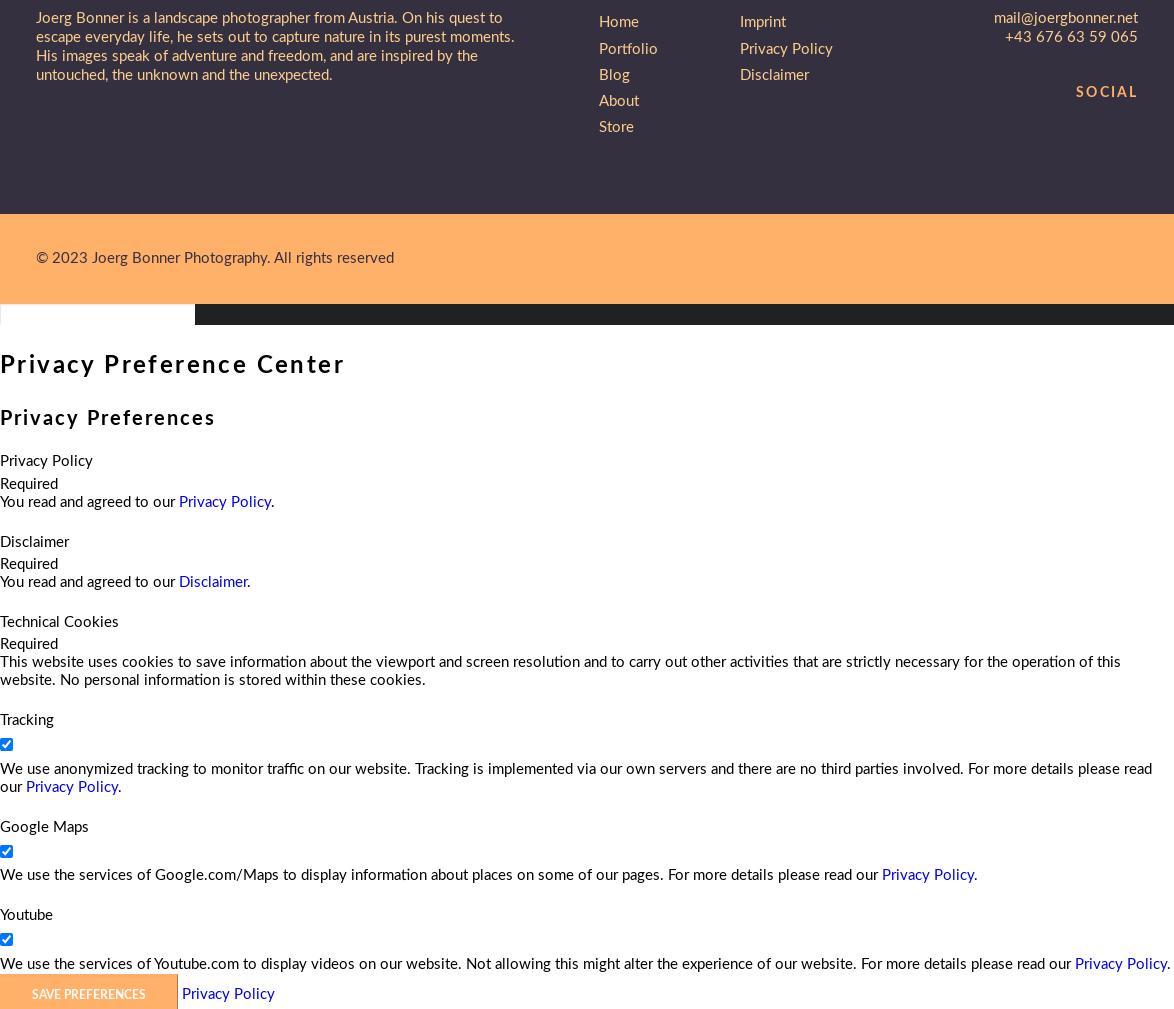 The image size is (1174, 1009). What do you see at coordinates (59, 621) in the screenshot?
I see `'Technical Cookies'` at bounding box center [59, 621].